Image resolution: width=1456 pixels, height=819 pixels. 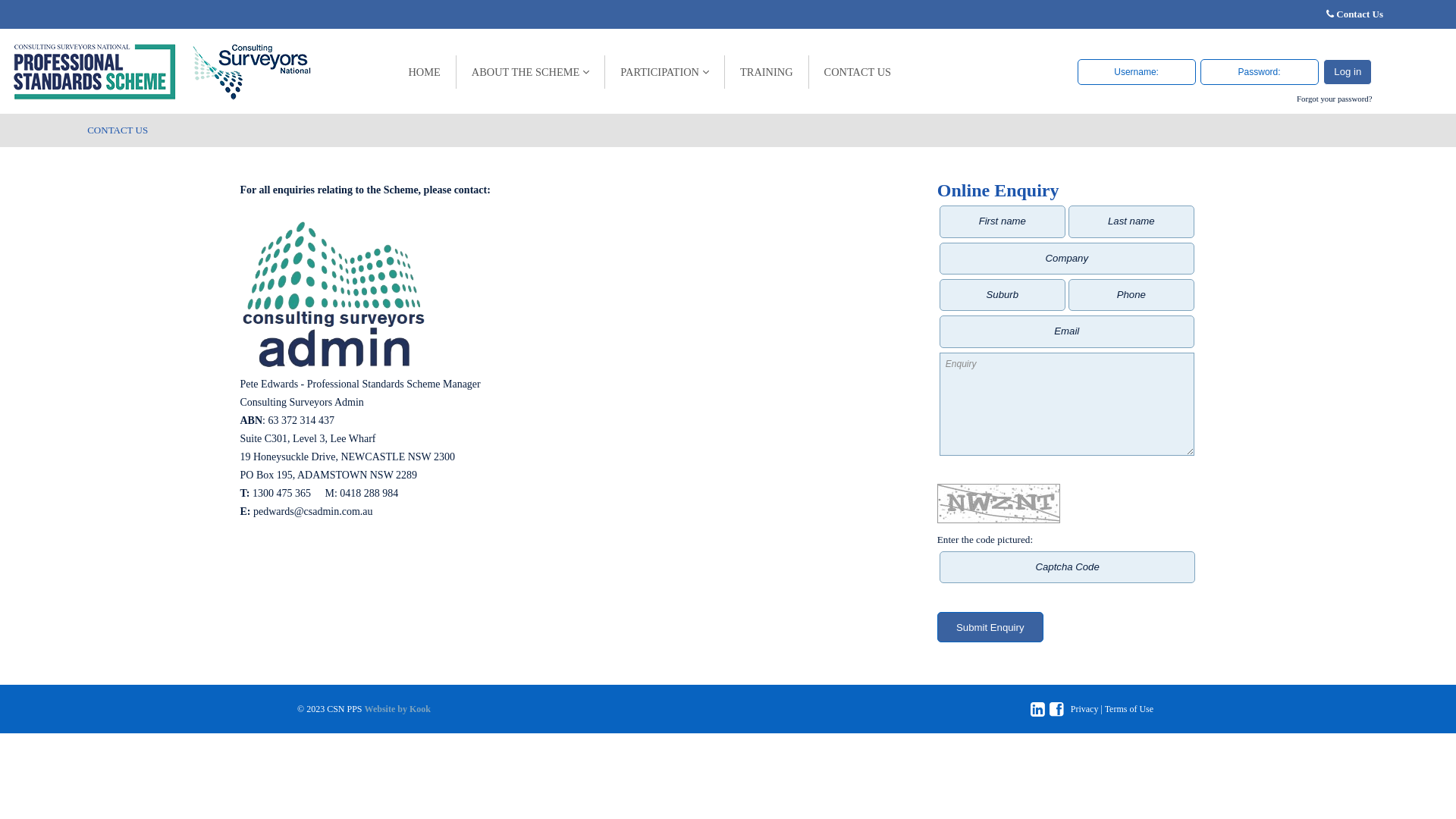 What do you see at coordinates (1333, 99) in the screenshot?
I see `'Forgot your password?'` at bounding box center [1333, 99].